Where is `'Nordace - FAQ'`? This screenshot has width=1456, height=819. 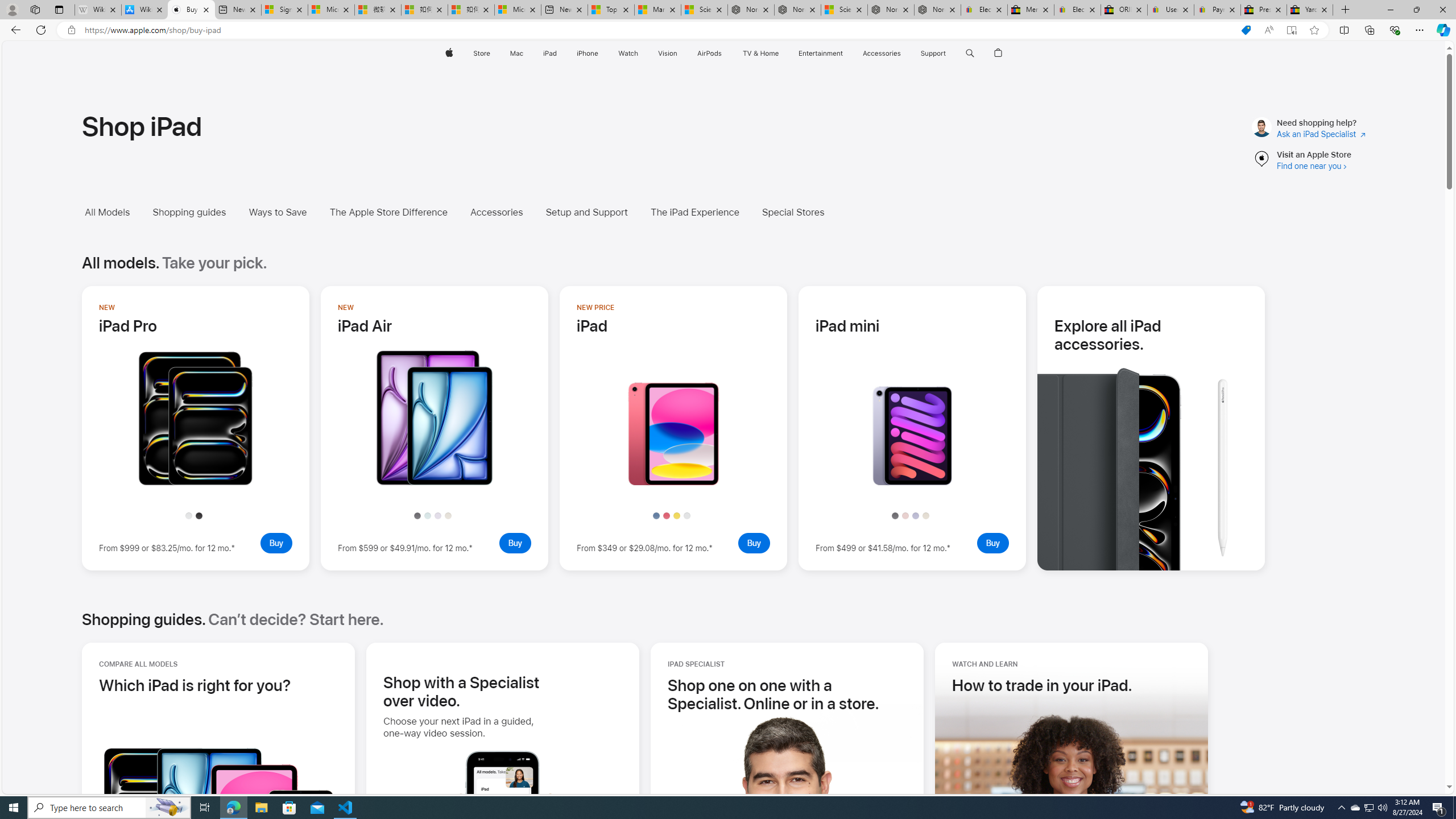
'Nordace - FAQ' is located at coordinates (937, 9).